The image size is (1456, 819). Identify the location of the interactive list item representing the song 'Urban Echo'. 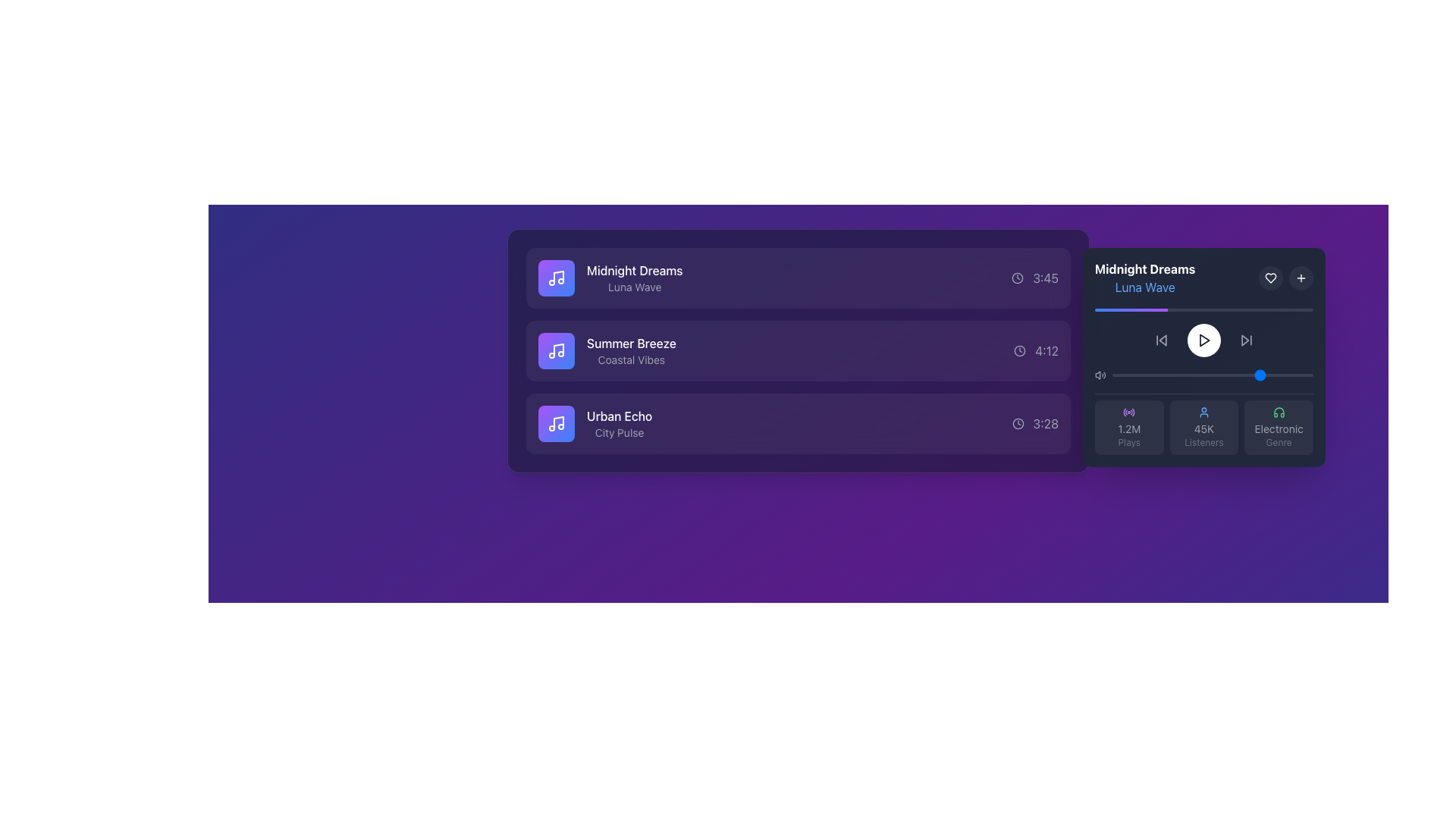
(797, 424).